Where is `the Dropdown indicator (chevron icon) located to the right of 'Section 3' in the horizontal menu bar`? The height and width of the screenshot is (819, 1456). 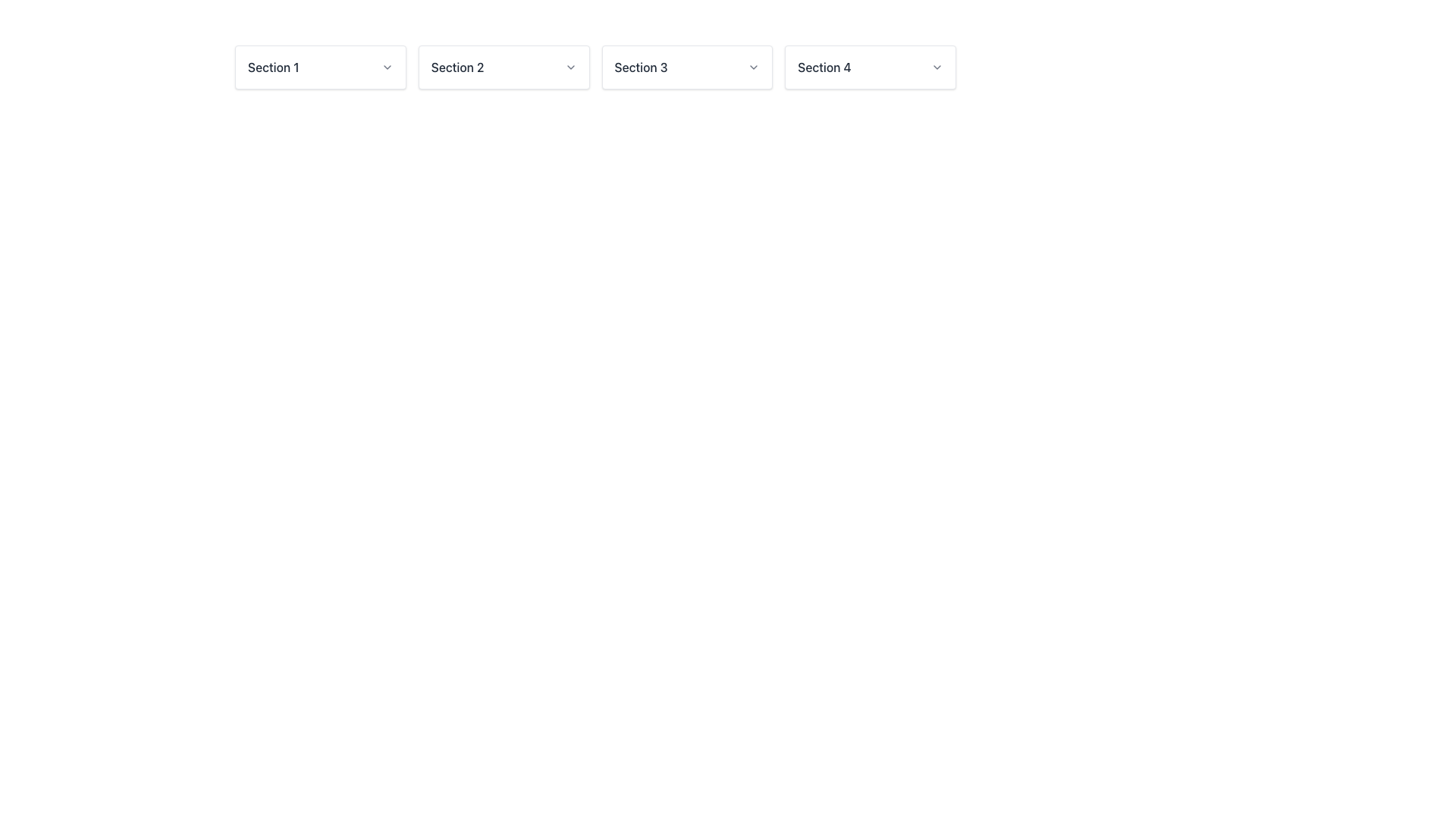
the Dropdown indicator (chevron icon) located to the right of 'Section 3' in the horizontal menu bar is located at coordinates (754, 66).